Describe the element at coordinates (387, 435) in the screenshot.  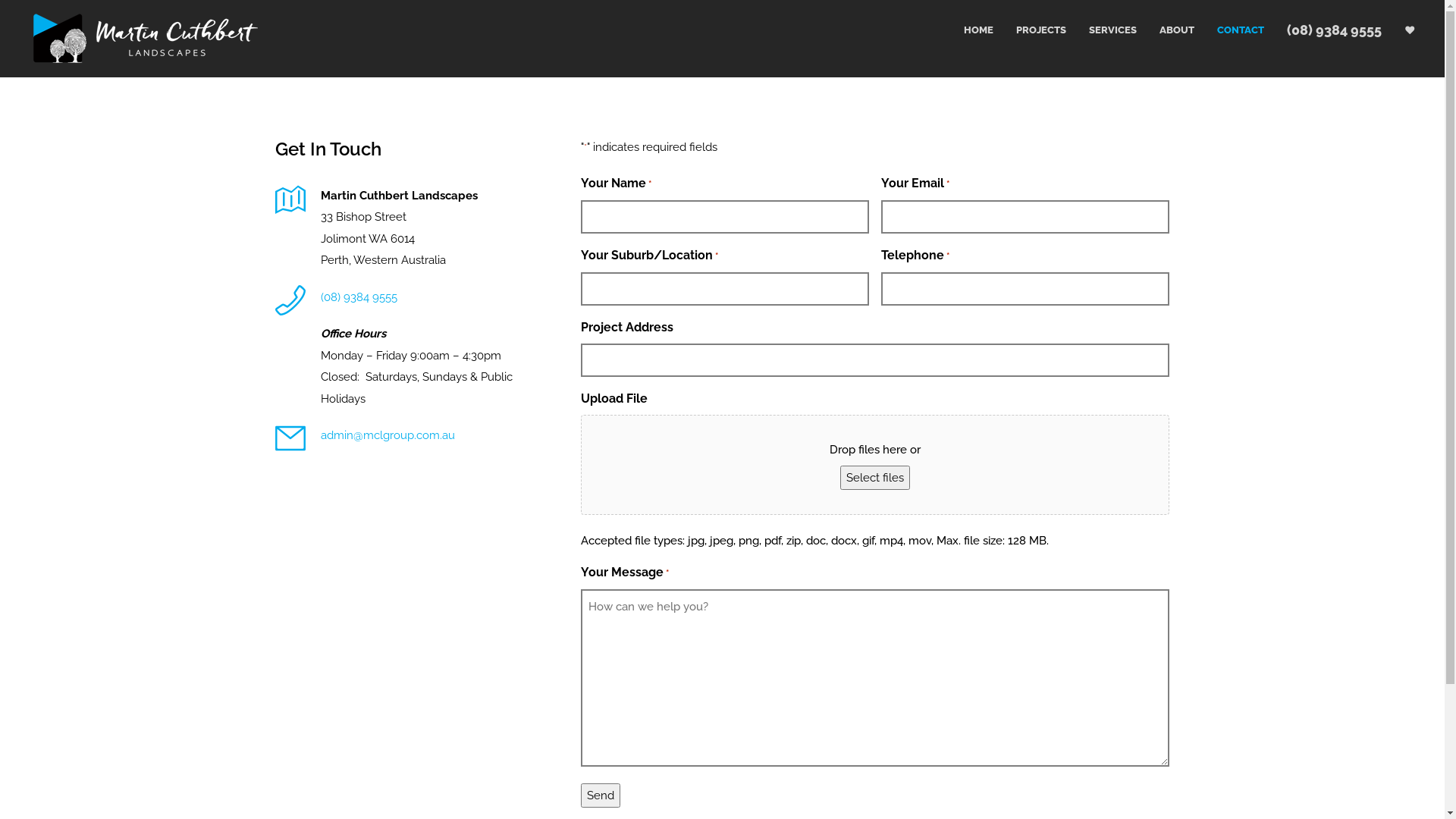
I see `'admin@mclgroup.com.au'` at that location.